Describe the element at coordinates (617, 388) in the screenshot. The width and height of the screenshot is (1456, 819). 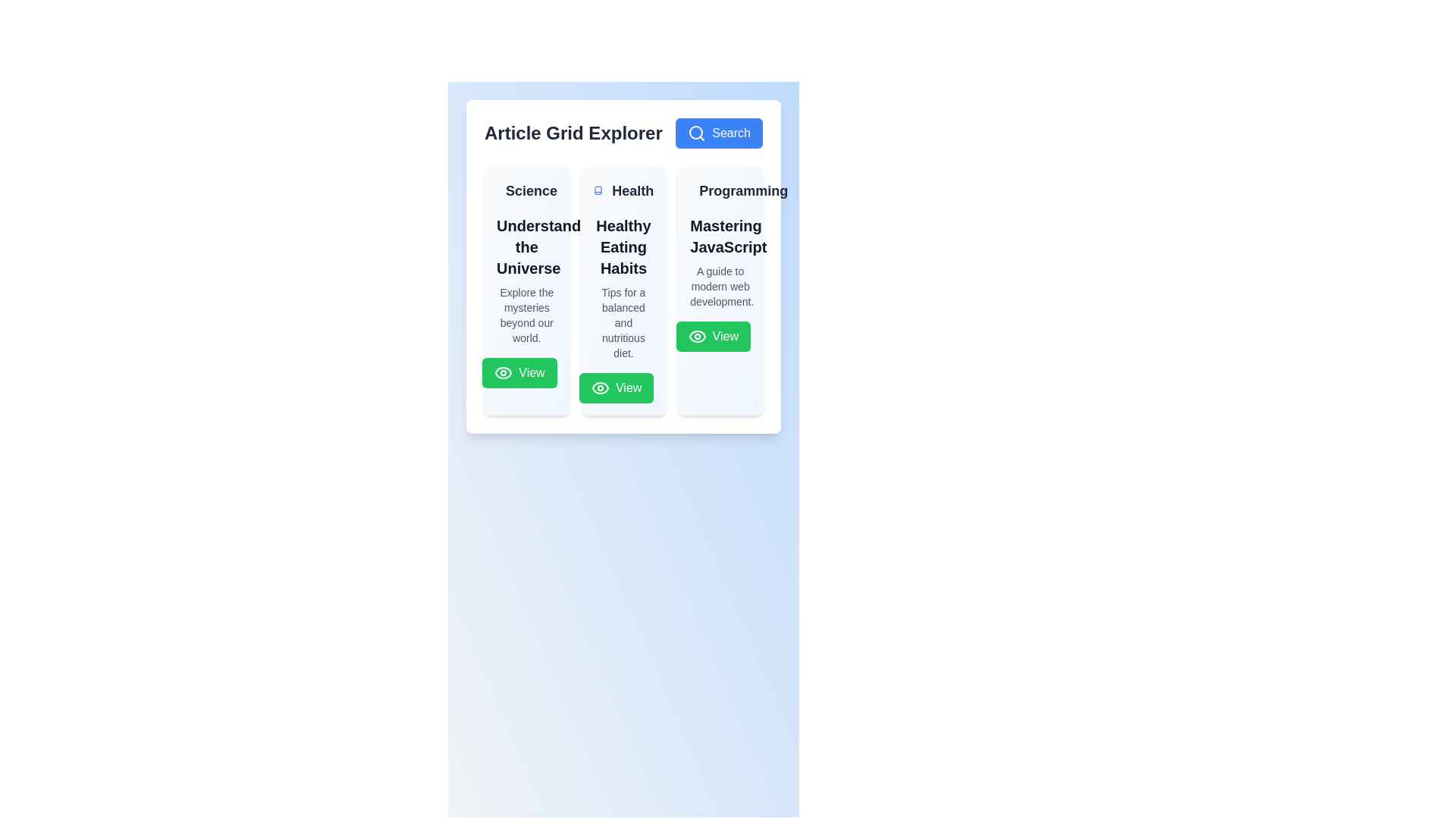
I see `the 'View' button with a bright green background and white text, located in the 'Healthy Eating Habits' card of the 'Article Grid Explorer' section` at that location.